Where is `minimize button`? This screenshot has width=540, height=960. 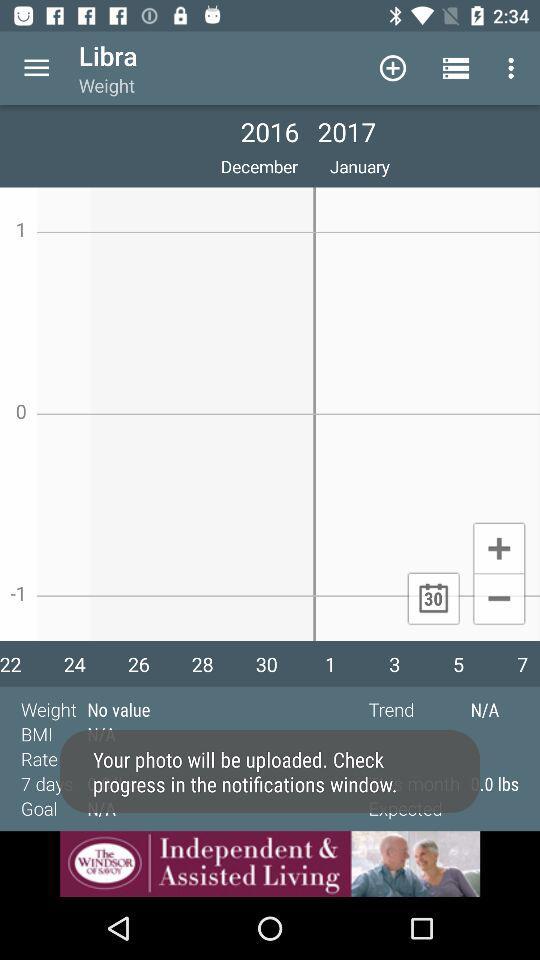 minimize button is located at coordinates (498, 600).